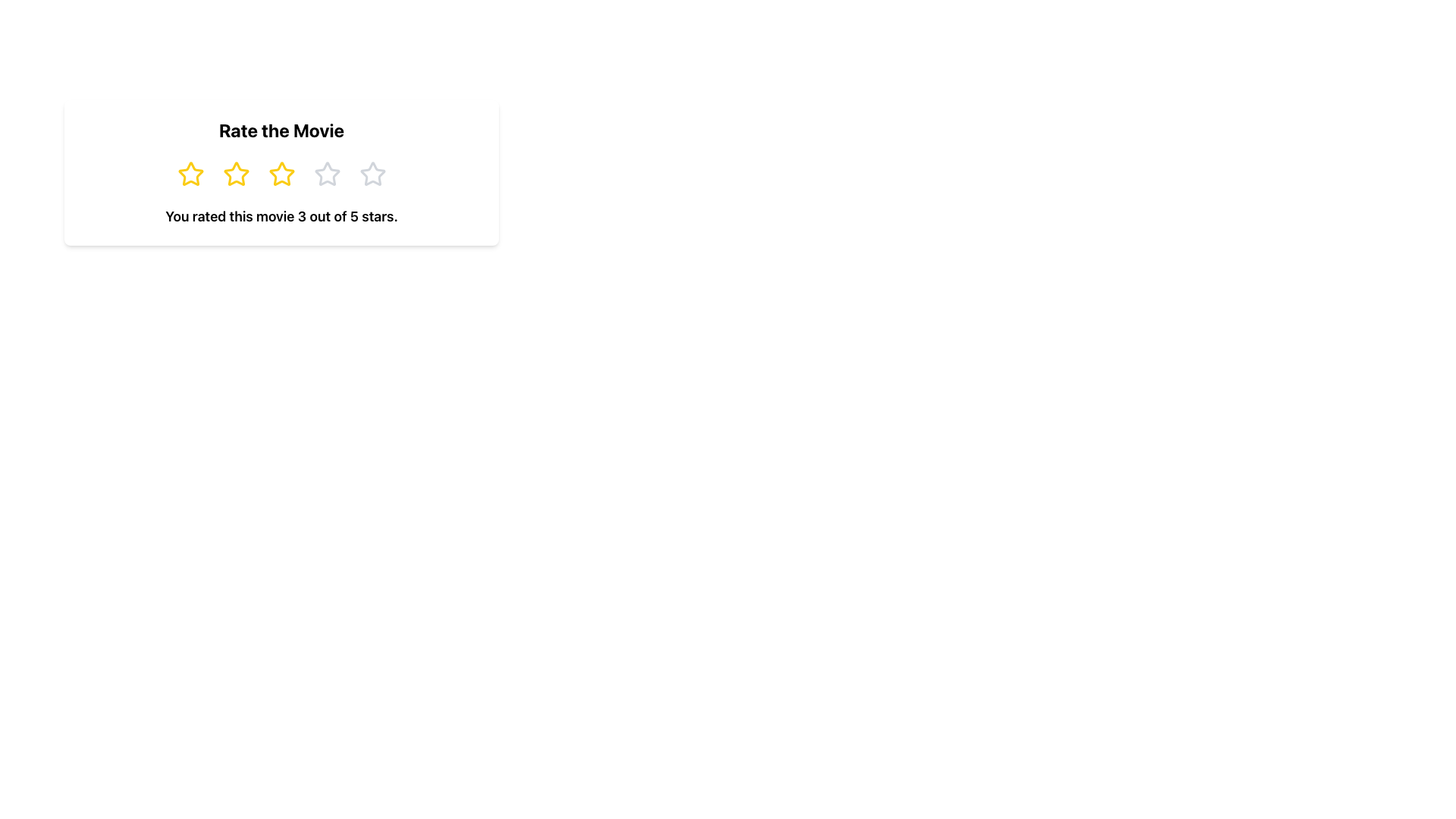  What do you see at coordinates (235, 174) in the screenshot?
I see `the second star icon in the rating group to set a rating of 2 stars for the movie` at bounding box center [235, 174].